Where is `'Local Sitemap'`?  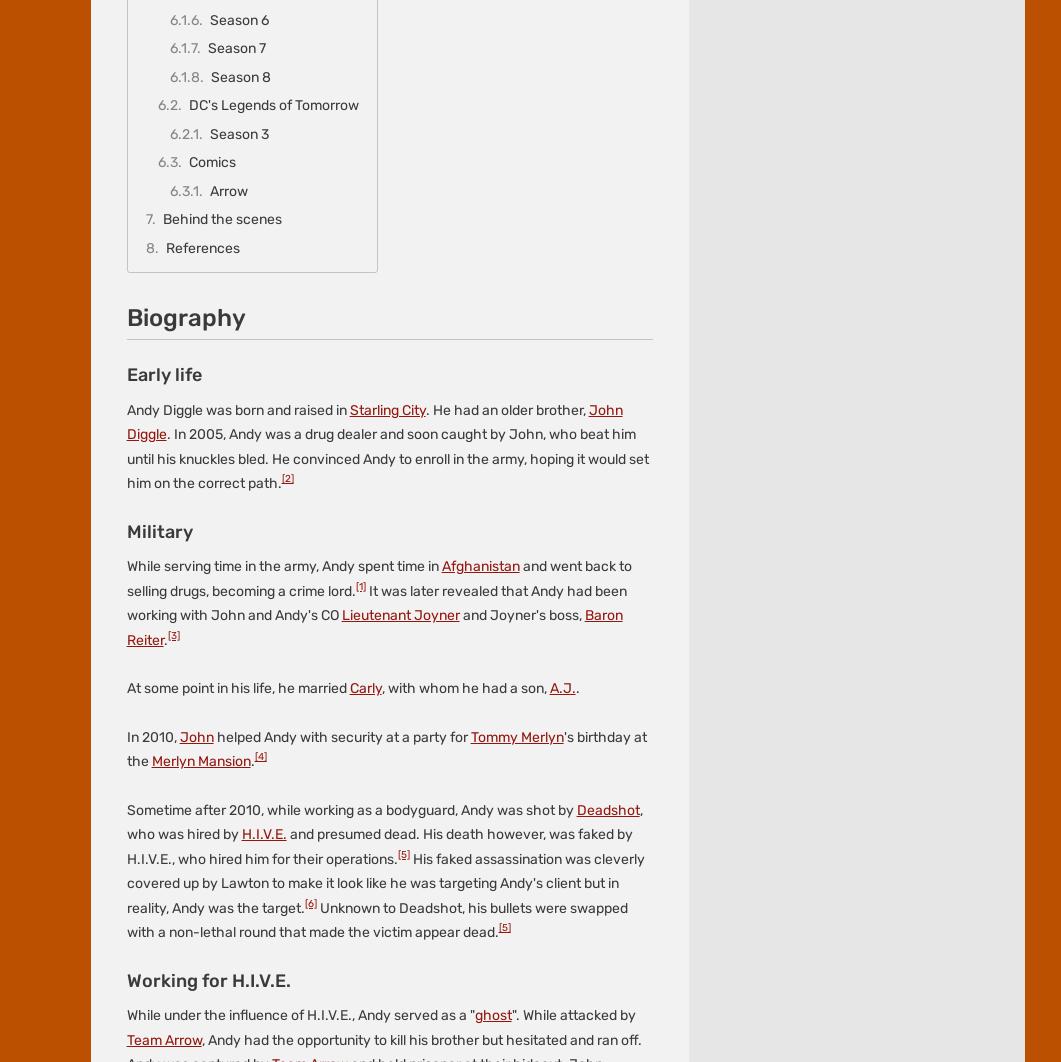
'Local Sitemap' is located at coordinates (326, 194).